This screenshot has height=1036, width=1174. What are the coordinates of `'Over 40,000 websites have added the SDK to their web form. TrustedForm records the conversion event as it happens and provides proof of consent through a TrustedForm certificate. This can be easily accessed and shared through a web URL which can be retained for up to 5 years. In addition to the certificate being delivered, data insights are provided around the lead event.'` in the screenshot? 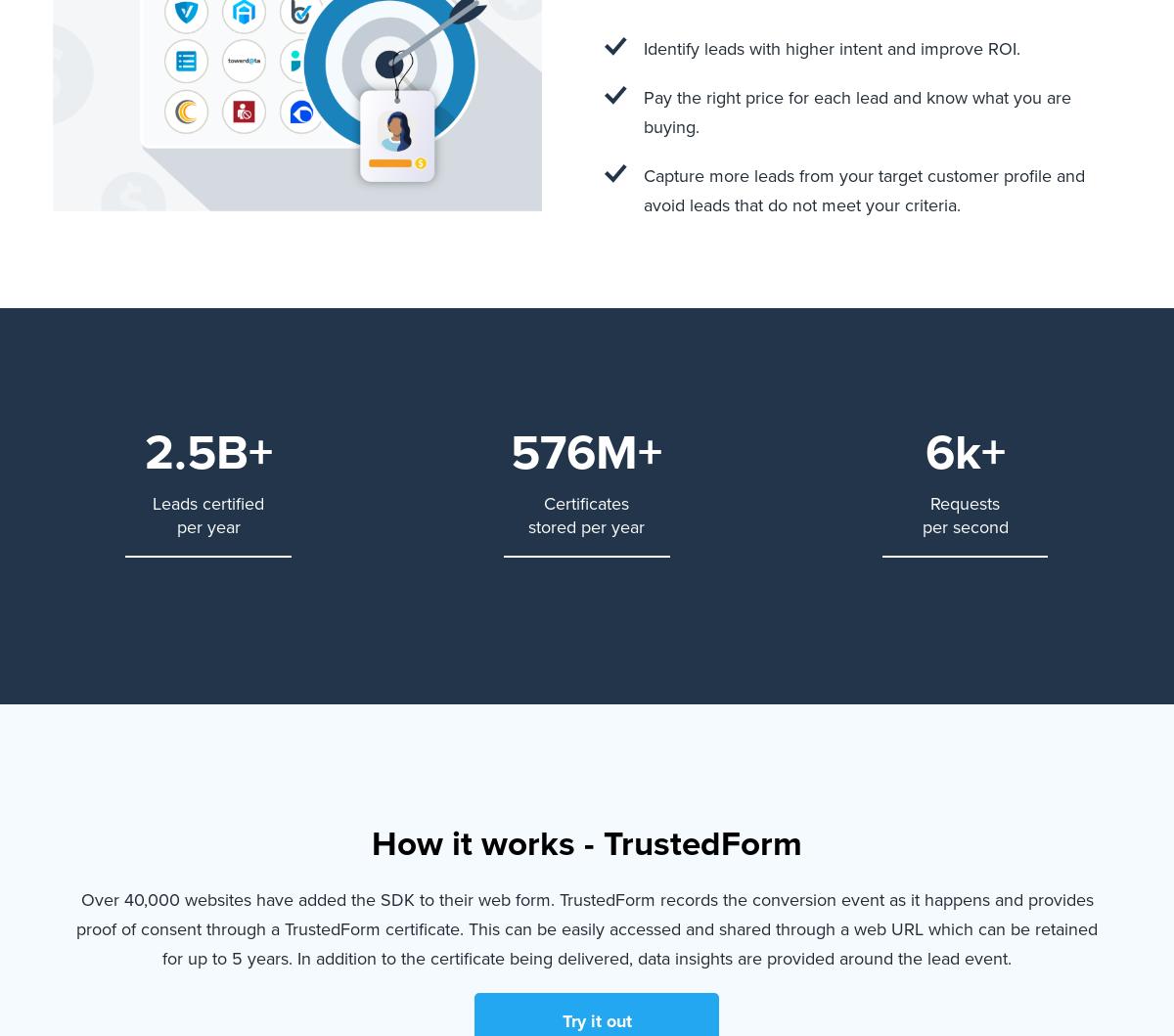 It's located at (587, 927).